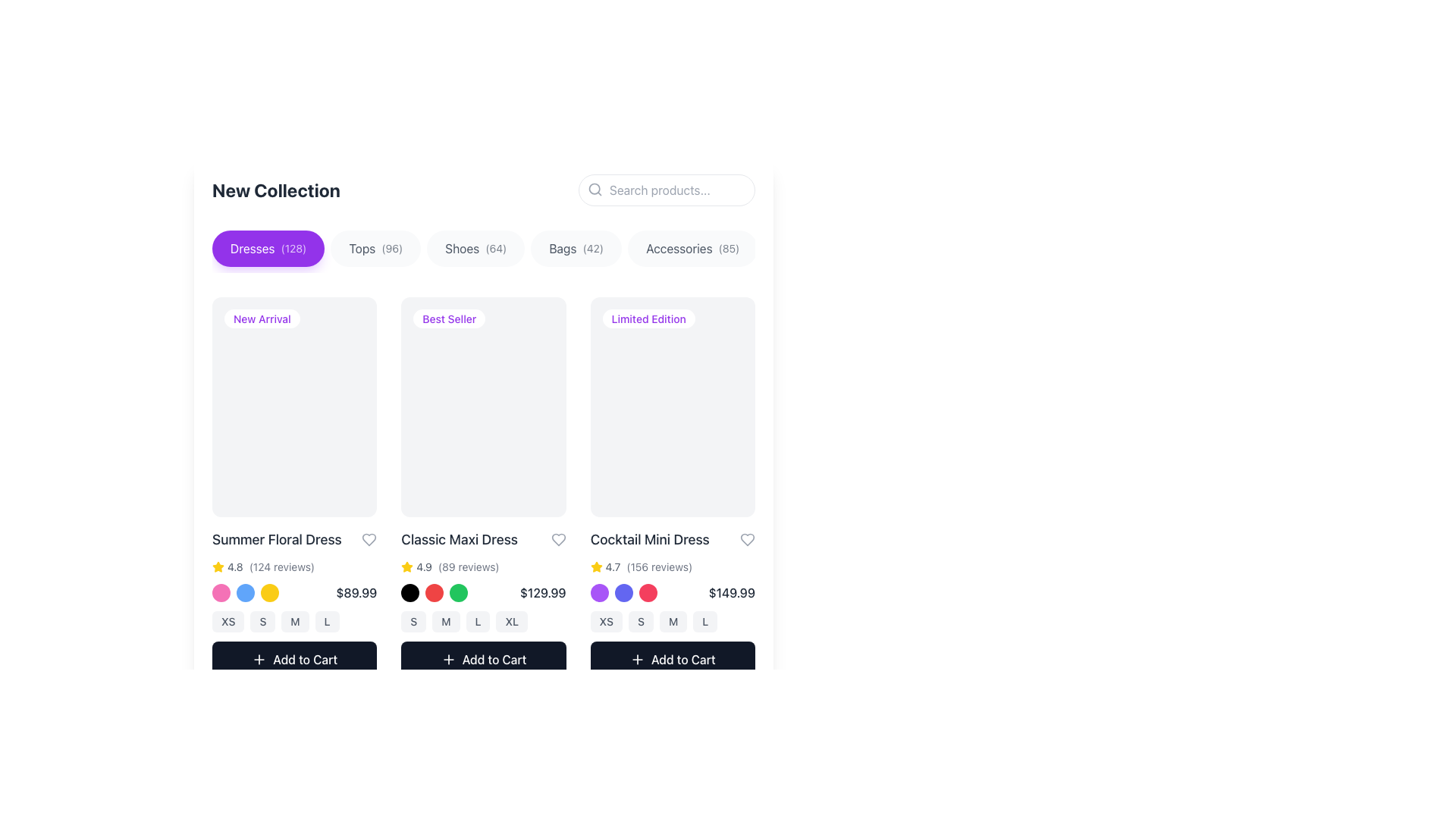 The width and height of the screenshot is (1456, 819). Describe the element at coordinates (326, 621) in the screenshot. I see `the size selection button labeled 'L', which is the fourth button in a horizontal list of size options under the product card` at that location.